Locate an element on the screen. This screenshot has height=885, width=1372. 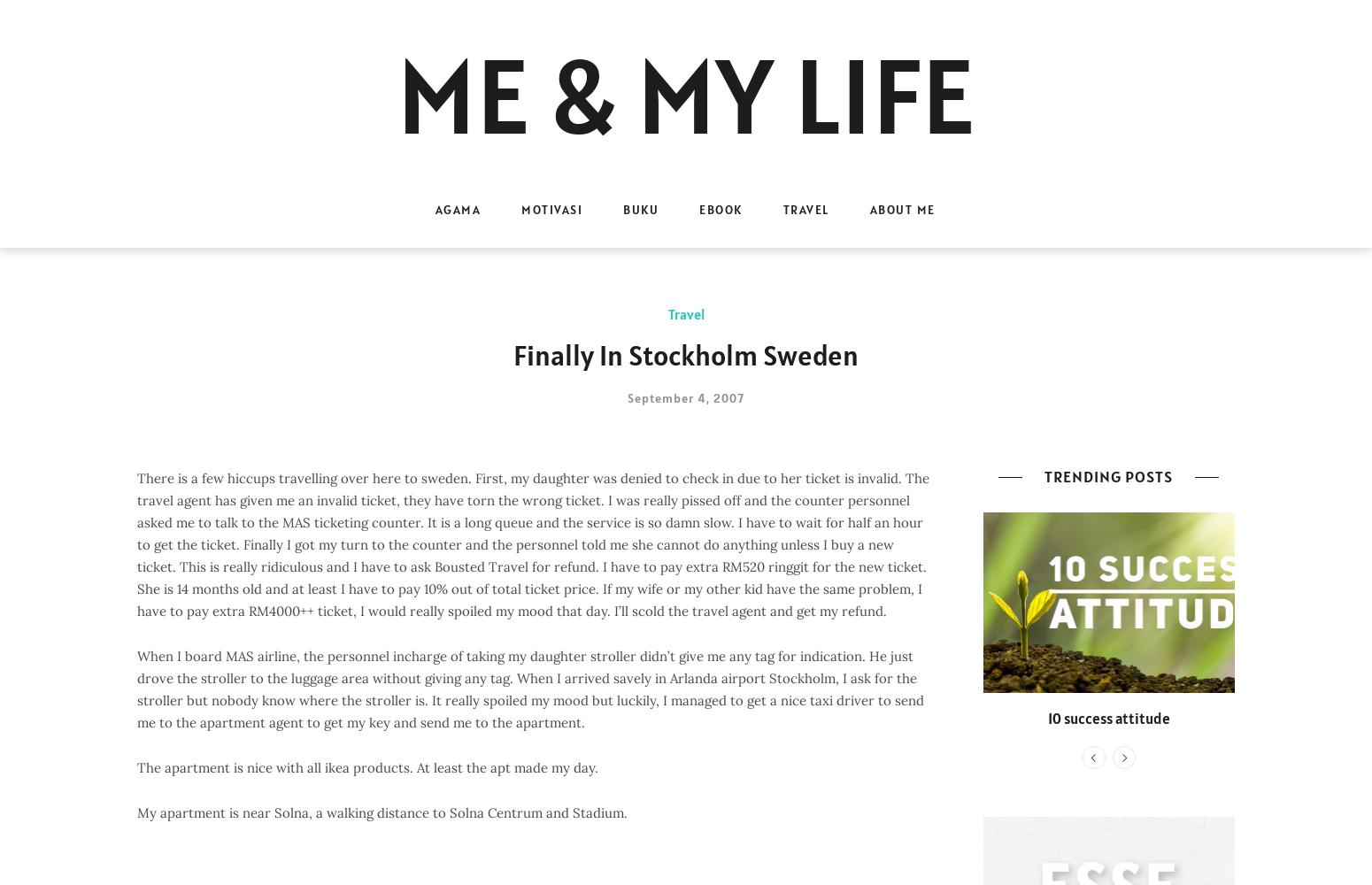
'When I board MAS airline, the personnel incharge of taking my daughter stroller didn’t give me any tag for indication. He just drove the stroller to the luggage area without giving any tag. When I arrived savely in Arlanda airport Stockholm, I ask for the stroller but nobody know where the stroller is. It really spoiled my mood but luckily, I managed to get a nice taxi driver to send me to the apartment agent to get my key and send me to the apartment.' is located at coordinates (530, 689).